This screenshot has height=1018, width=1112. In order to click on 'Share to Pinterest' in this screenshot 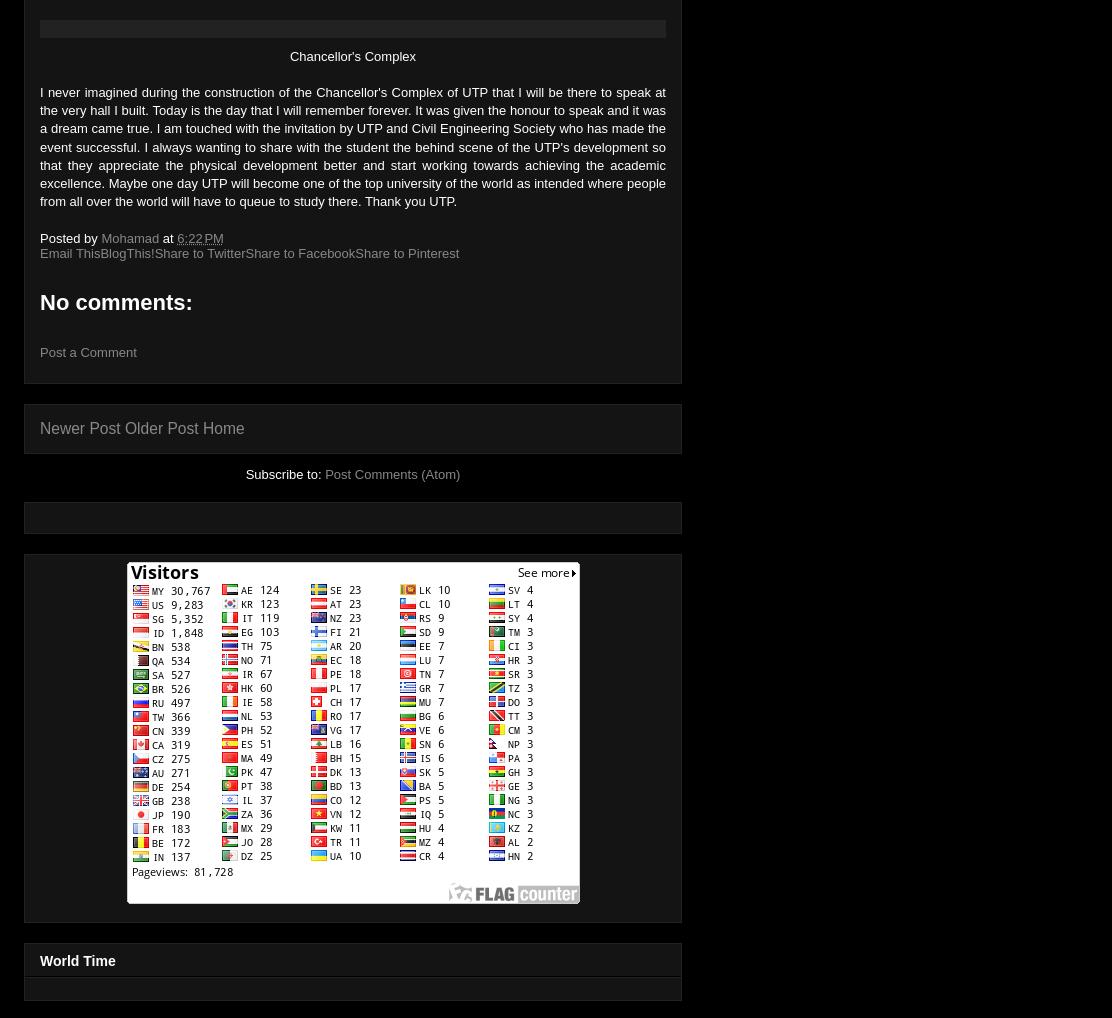, I will do `click(405, 251)`.